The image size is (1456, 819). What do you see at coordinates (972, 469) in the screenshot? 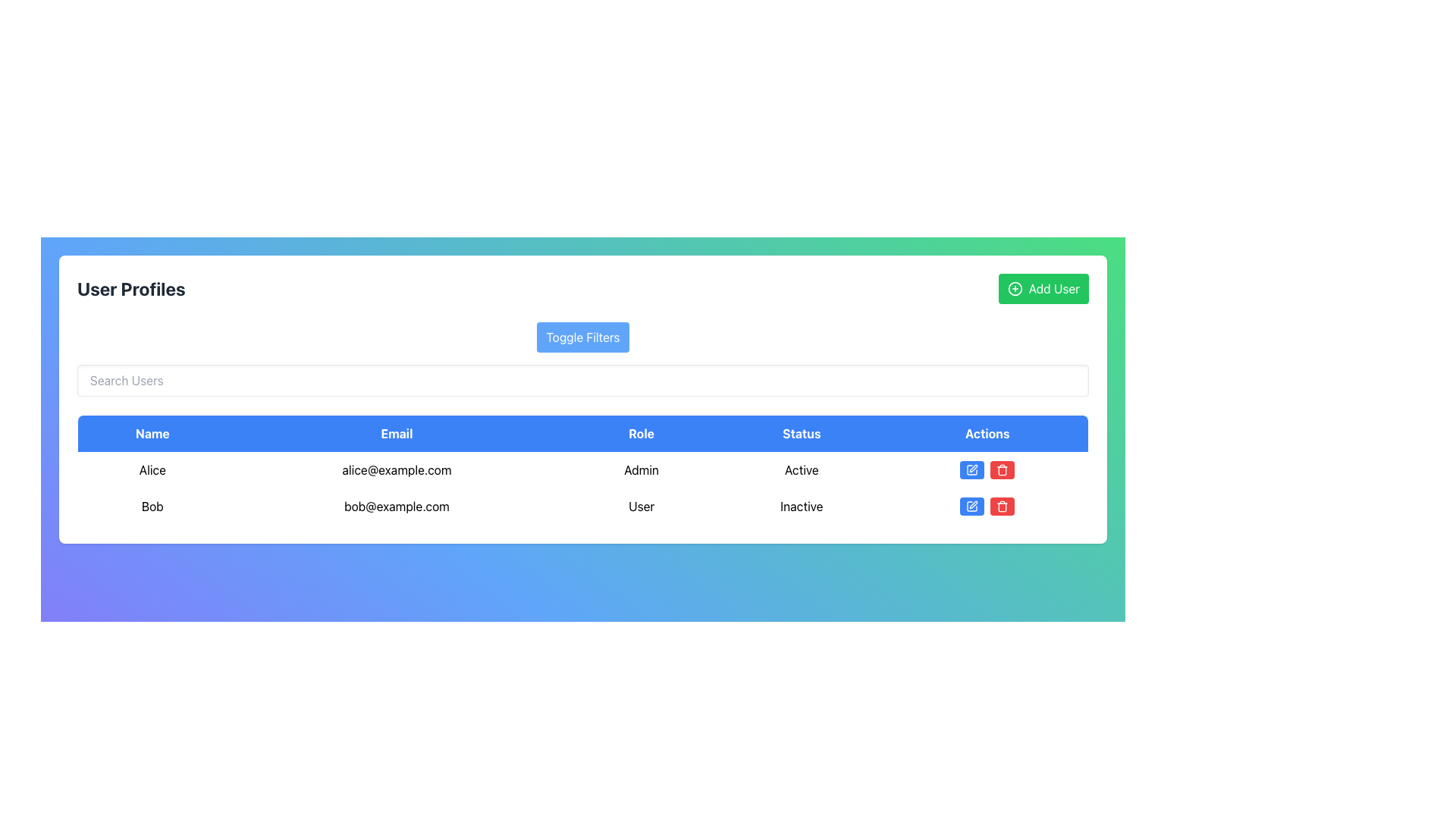
I see `the edit button located in the 'Actions' column of the top row in the data table` at bounding box center [972, 469].